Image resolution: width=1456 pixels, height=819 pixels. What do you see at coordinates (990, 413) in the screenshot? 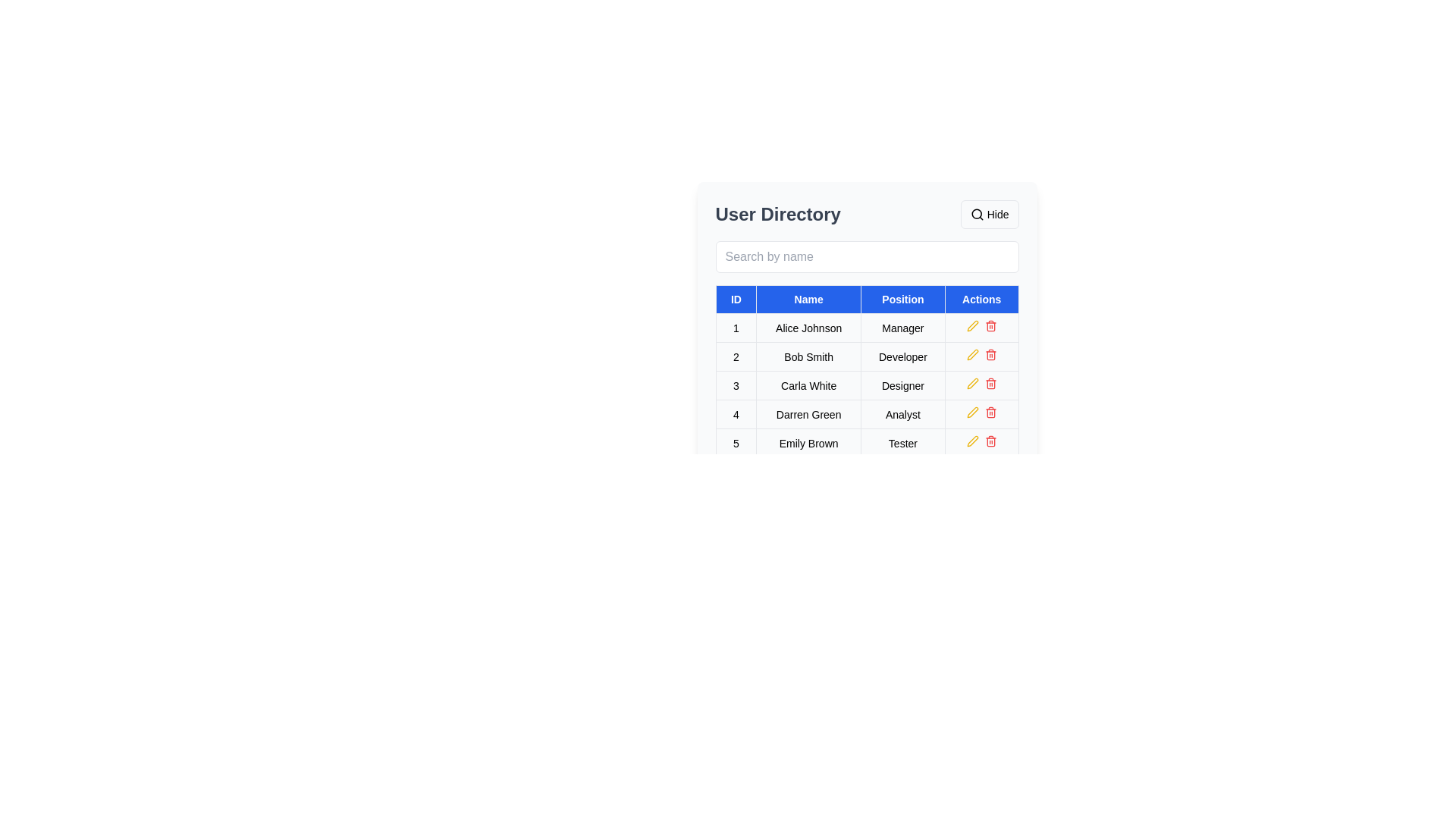
I see `the trash can icon` at bounding box center [990, 413].